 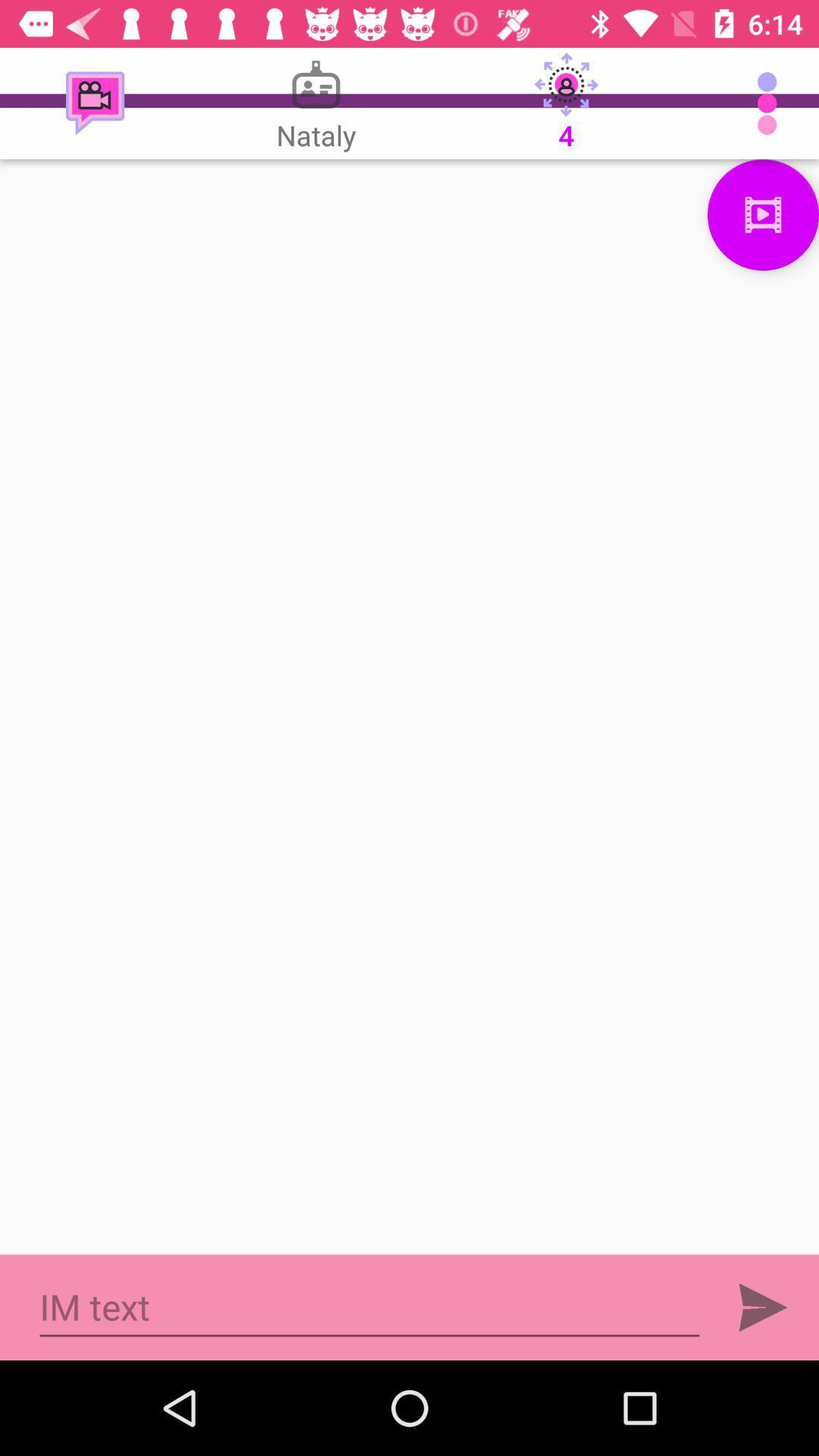 What do you see at coordinates (763, 214) in the screenshot?
I see `video` at bounding box center [763, 214].